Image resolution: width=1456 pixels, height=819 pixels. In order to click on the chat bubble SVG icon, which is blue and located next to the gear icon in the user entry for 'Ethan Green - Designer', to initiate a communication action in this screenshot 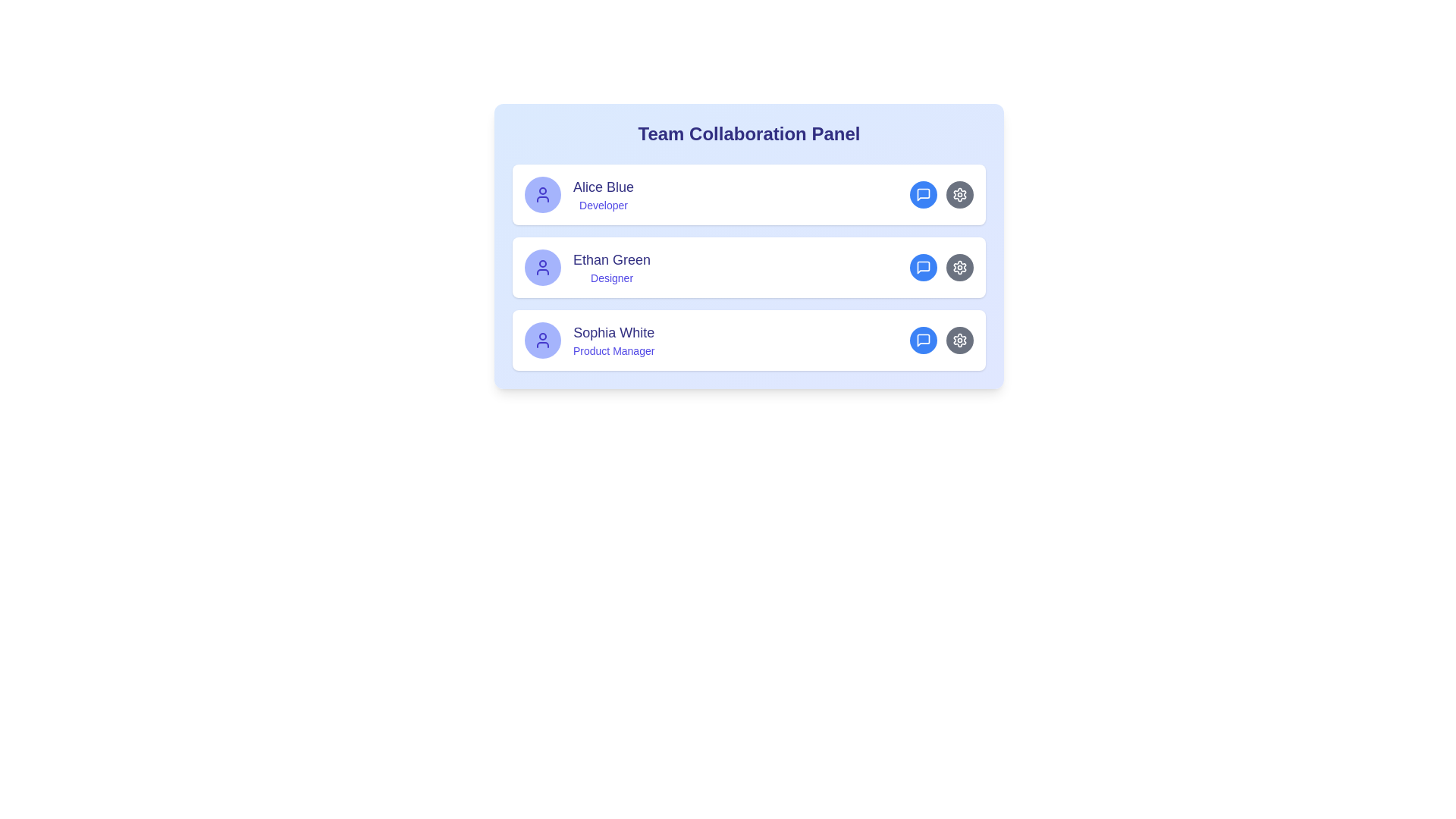, I will do `click(923, 267)`.